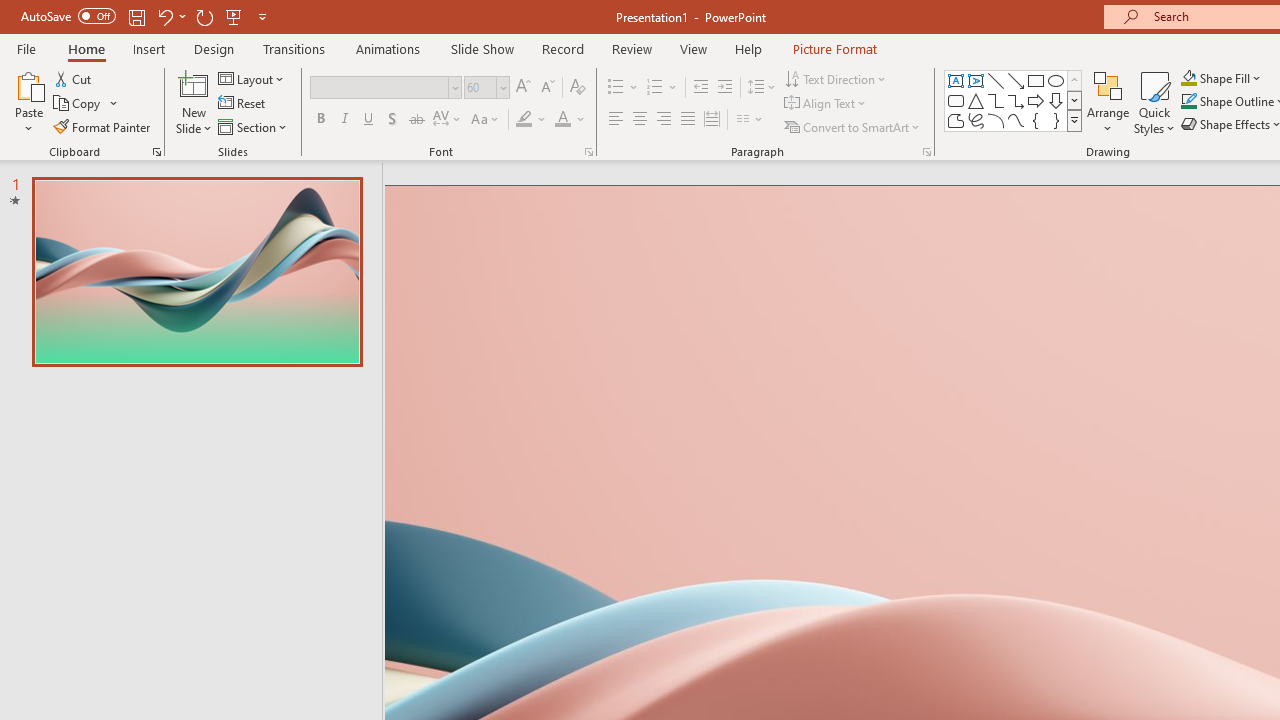 This screenshot has height=720, width=1280. I want to click on 'Picture Format', so click(835, 48).